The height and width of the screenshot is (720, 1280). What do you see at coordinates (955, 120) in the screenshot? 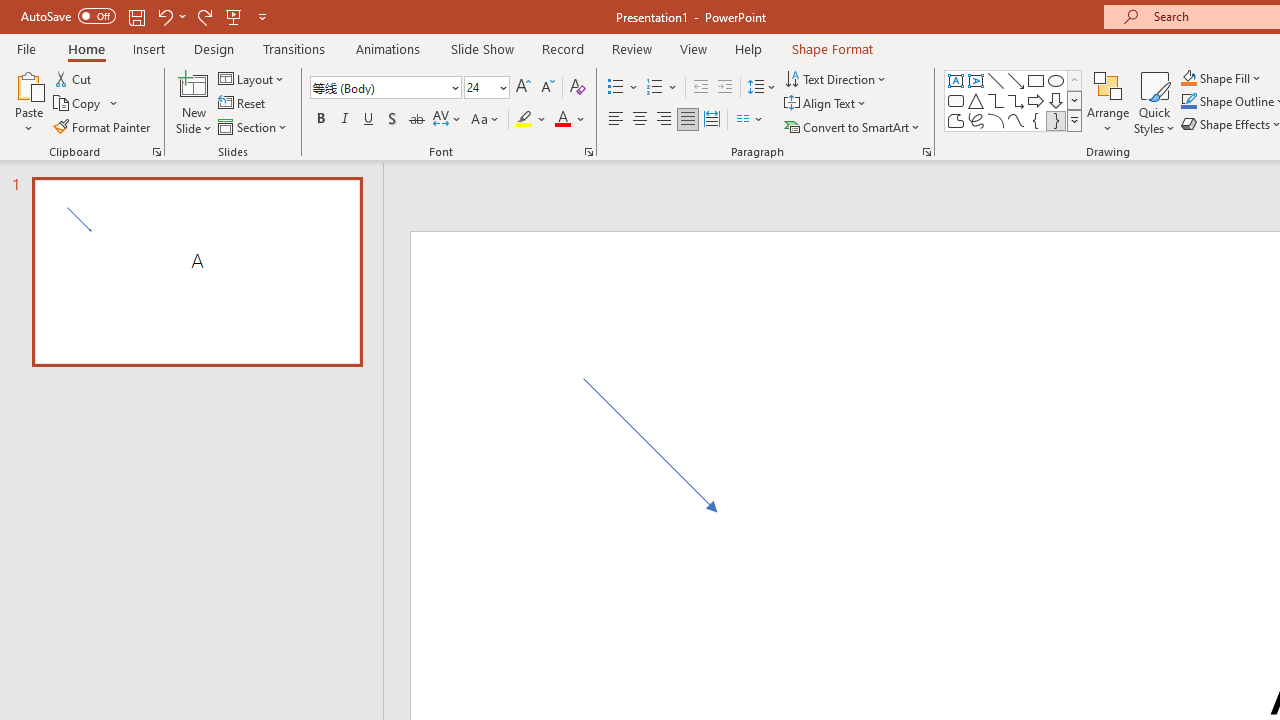
I see `'Freeform: Shape'` at bounding box center [955, 120].